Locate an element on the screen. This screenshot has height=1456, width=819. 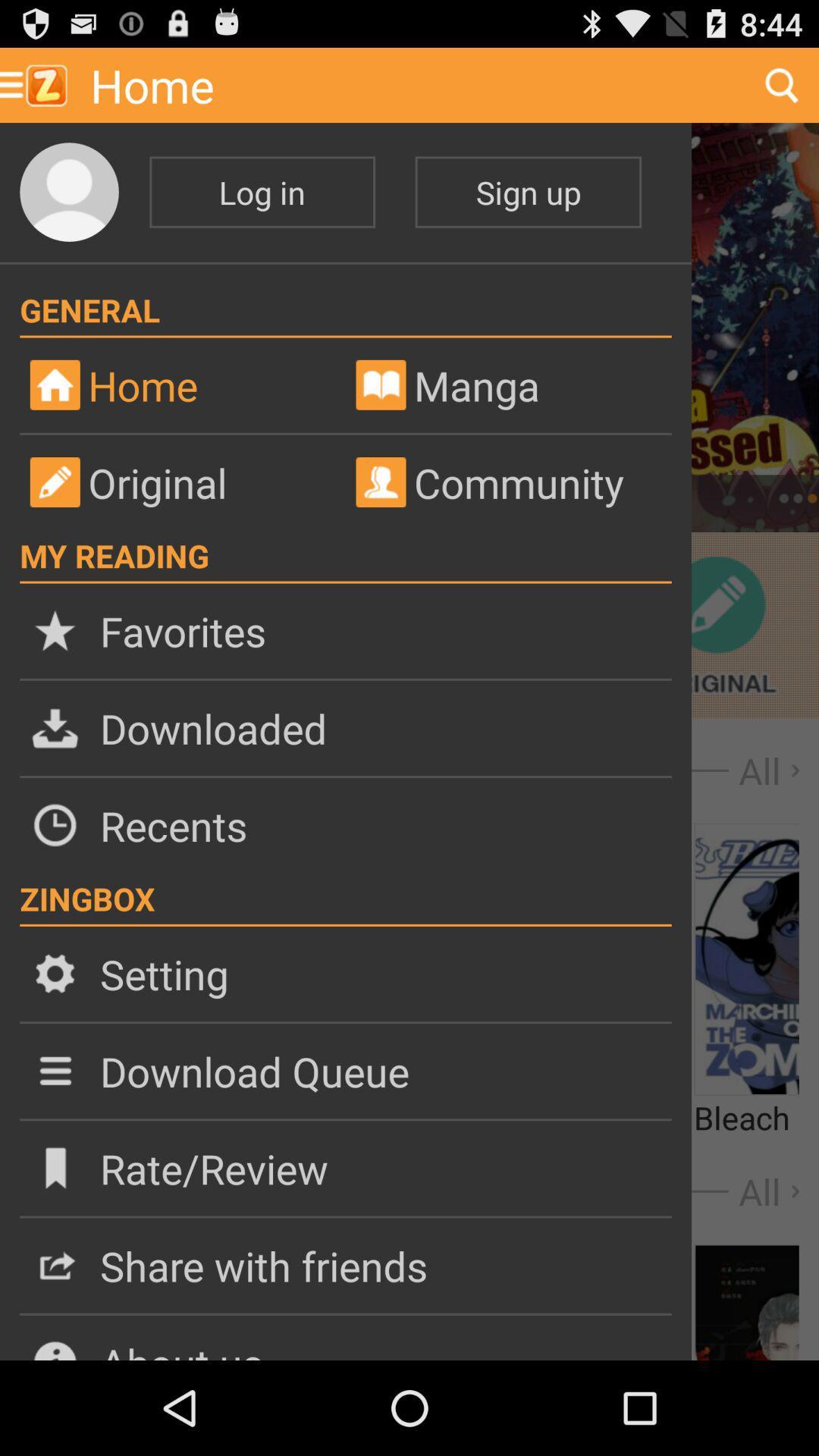
the search icon is located at coordinates (781, 90).